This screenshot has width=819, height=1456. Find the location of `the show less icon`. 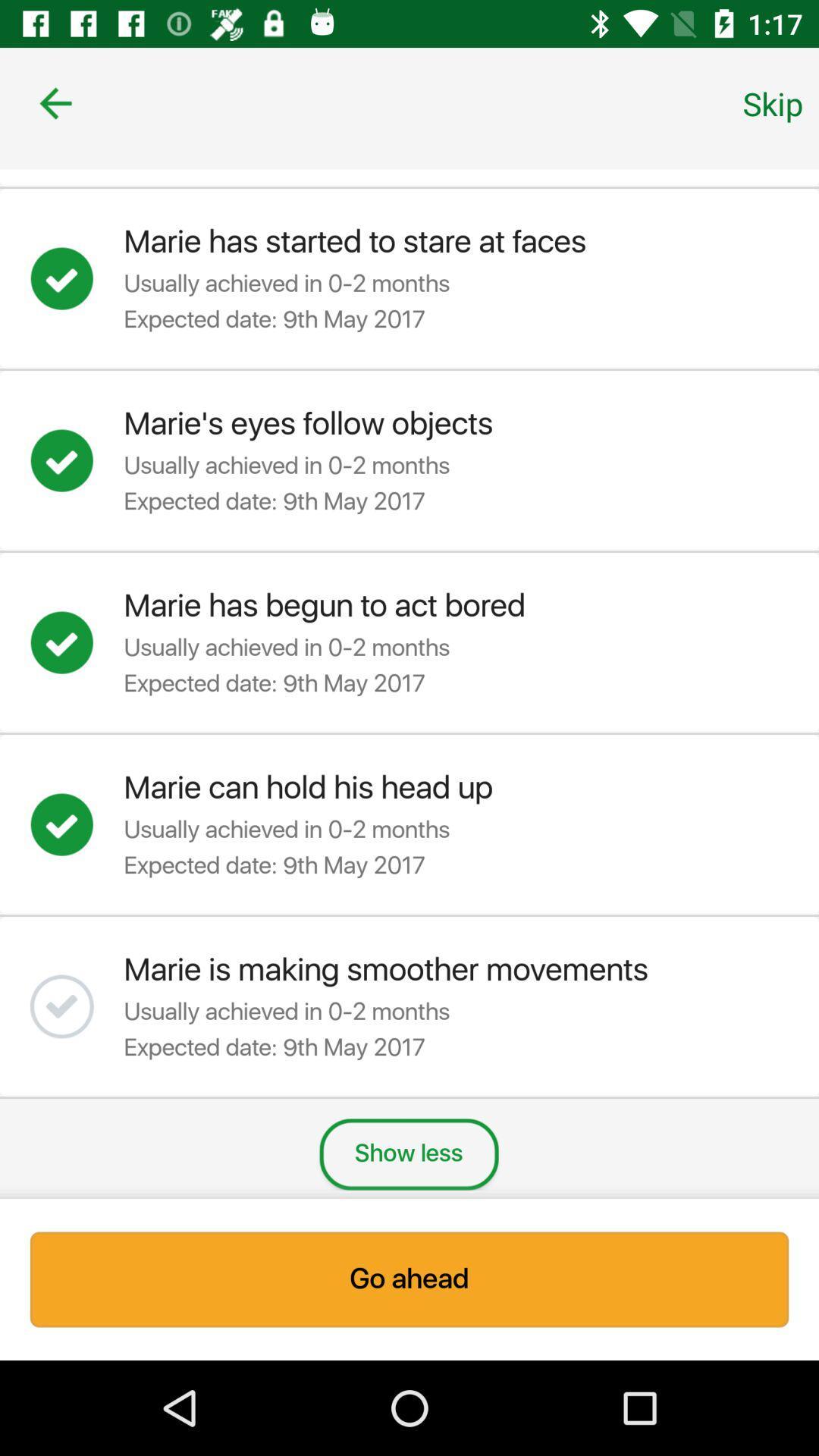

the show less icon is located at coordinates (408, 1153).